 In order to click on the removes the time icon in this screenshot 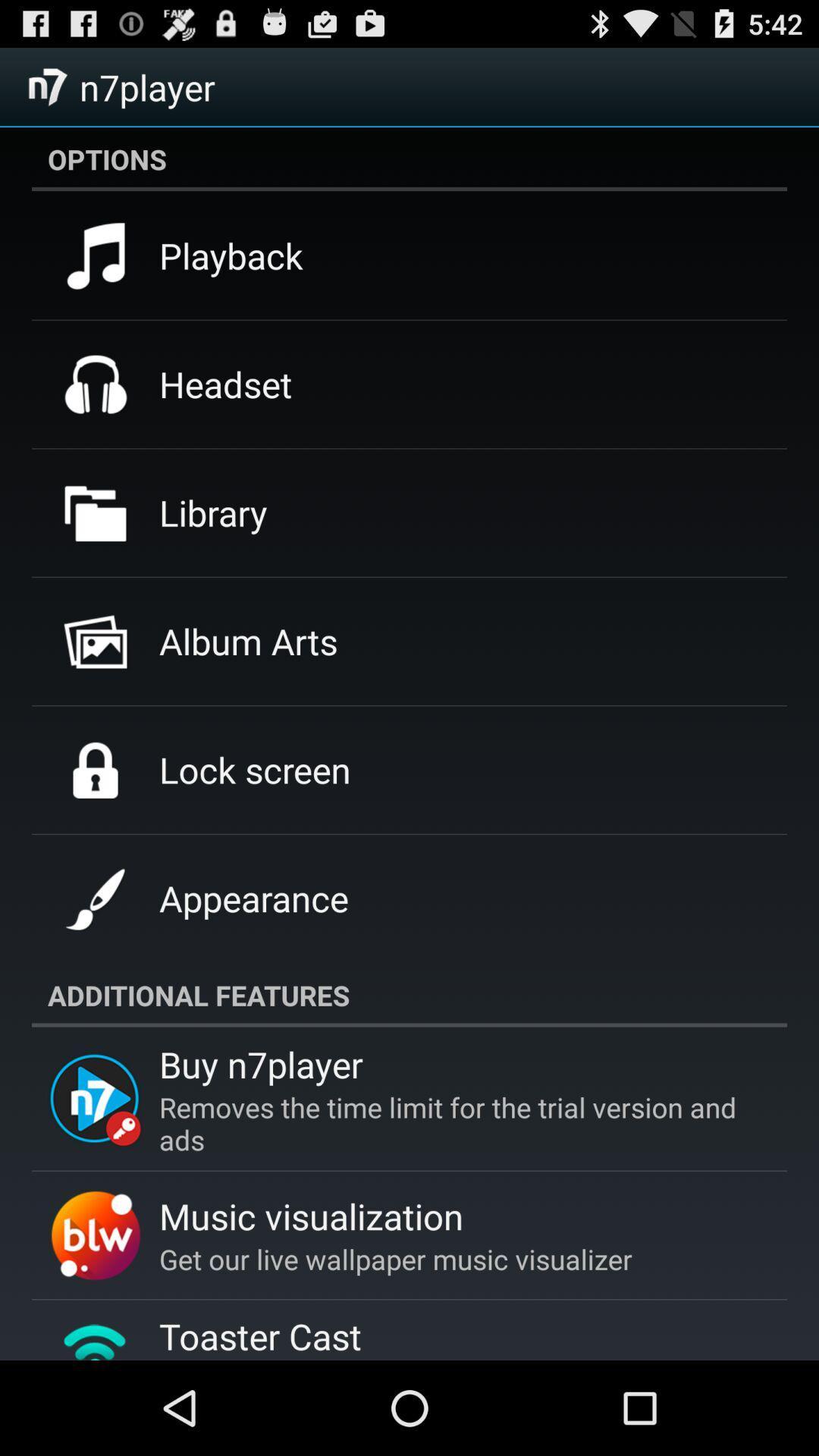, I will do `click(454, 1123)`.